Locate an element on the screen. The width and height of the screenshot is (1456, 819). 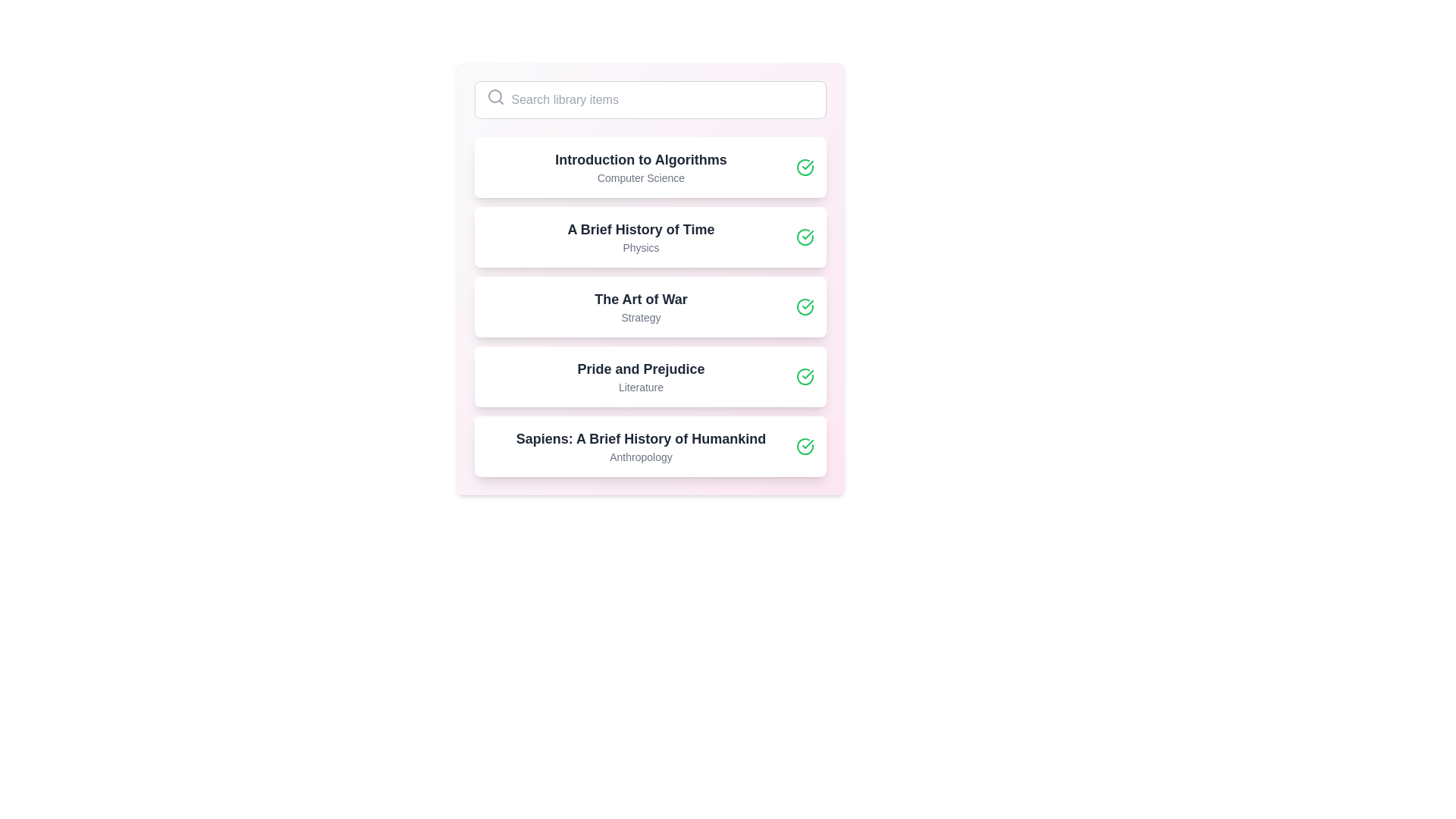
the text label reading 'Computer Science' which is styled in a smaller font size and located directly below 'Introduction to Algorithms' is located at coordinates (641, 177).